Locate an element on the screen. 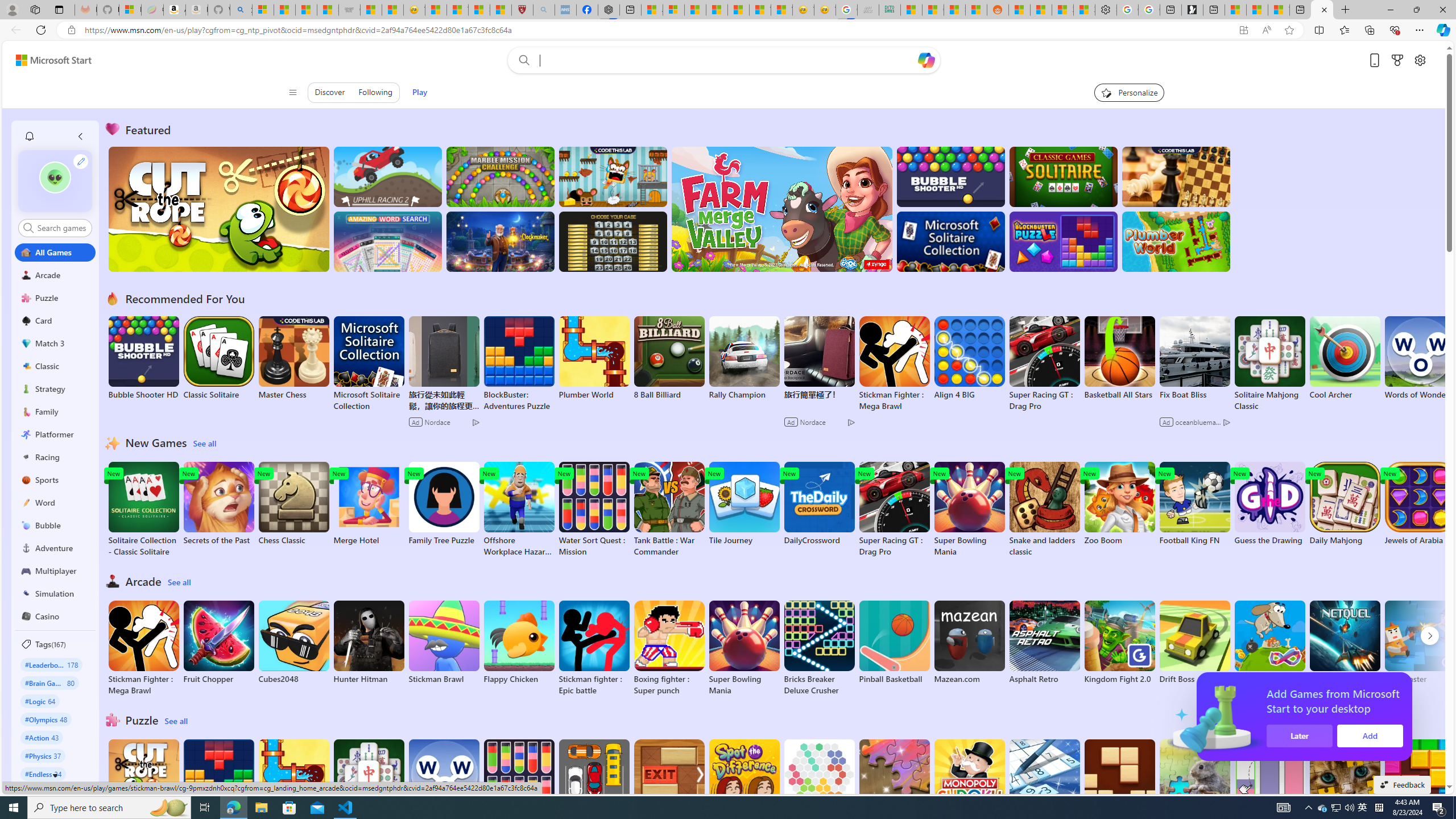  'Class: profile-edit' is located at coordinates (81, 161).